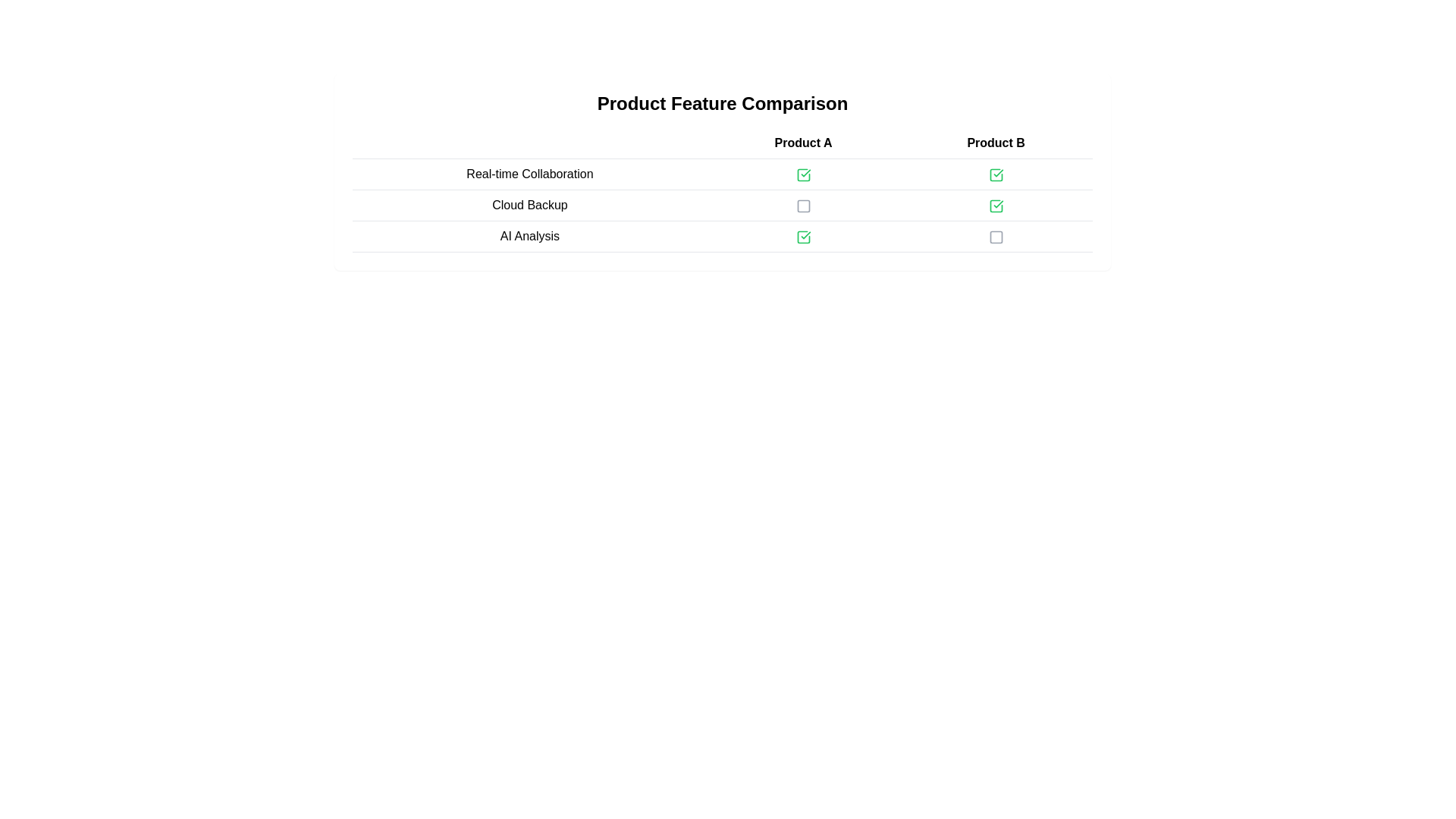  Describe the element at coordinates (802, 205) in the screenshot. I see `the checkbox for the 'Cloud Backup' feature under 'Product A'` at that location.